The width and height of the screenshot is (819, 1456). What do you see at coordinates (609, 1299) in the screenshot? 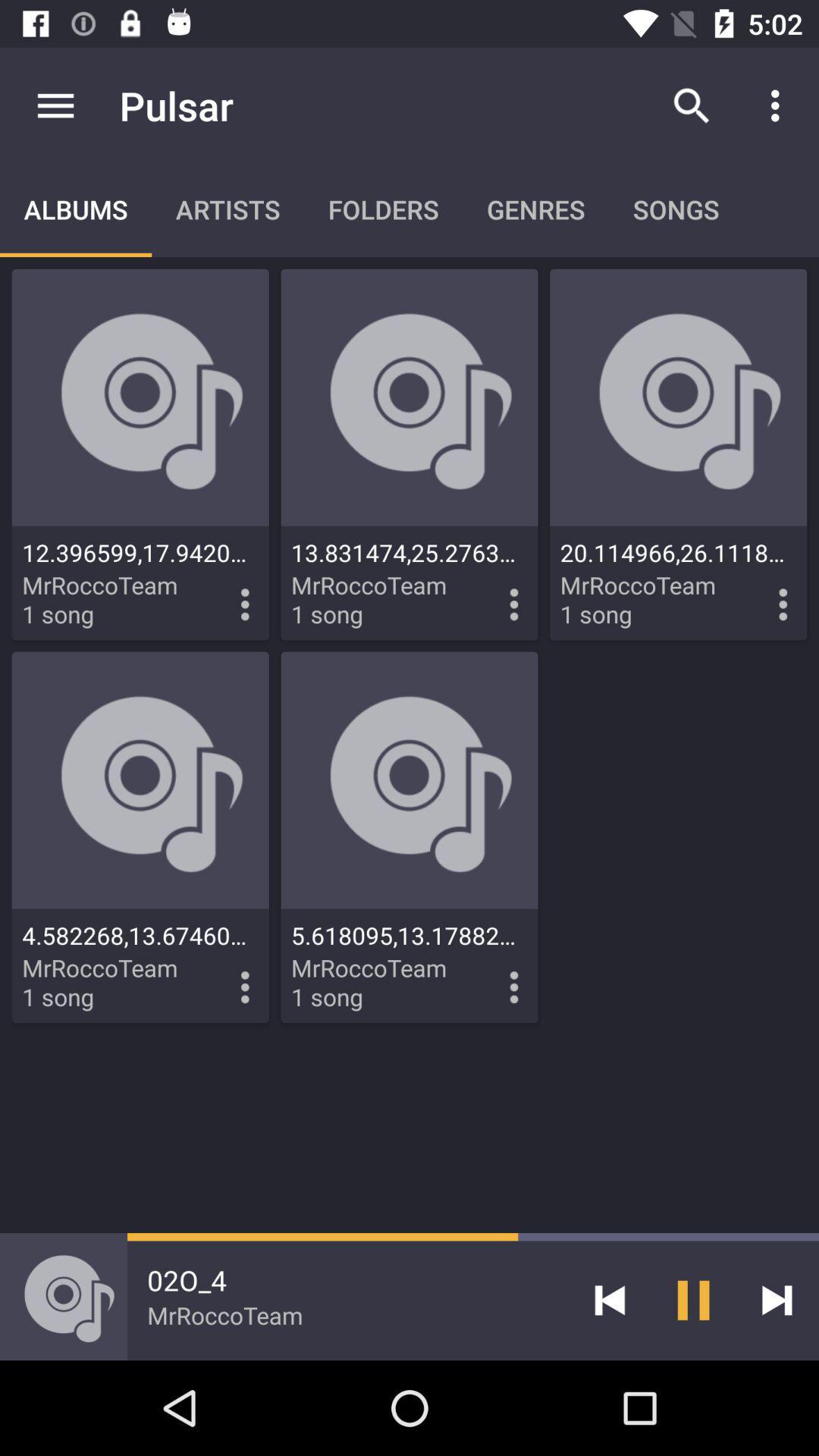
I see `the skip_previous icon` at bounding box center [609, 1299].